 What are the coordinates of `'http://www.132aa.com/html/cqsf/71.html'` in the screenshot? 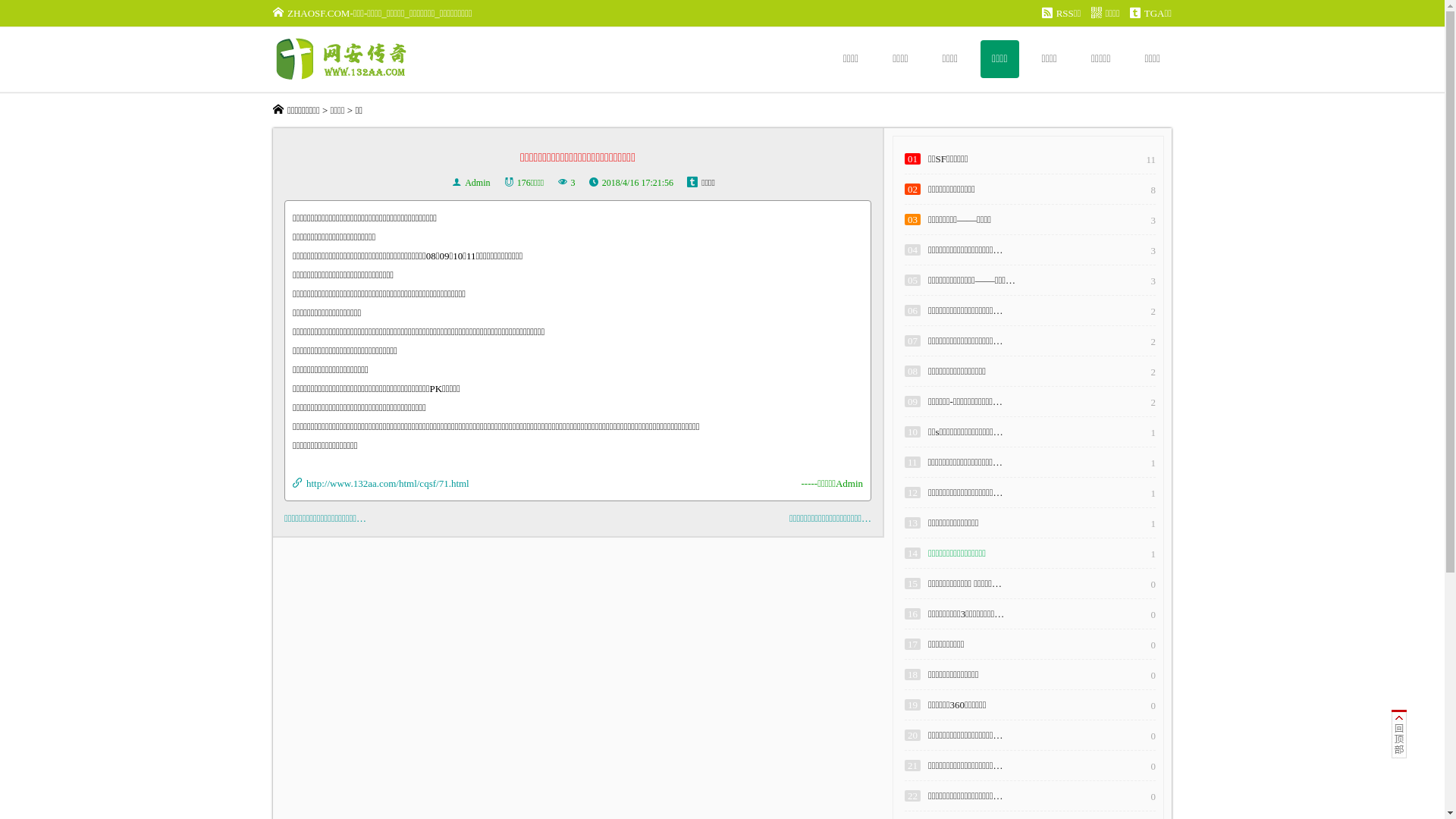 It's located at (388, 483).